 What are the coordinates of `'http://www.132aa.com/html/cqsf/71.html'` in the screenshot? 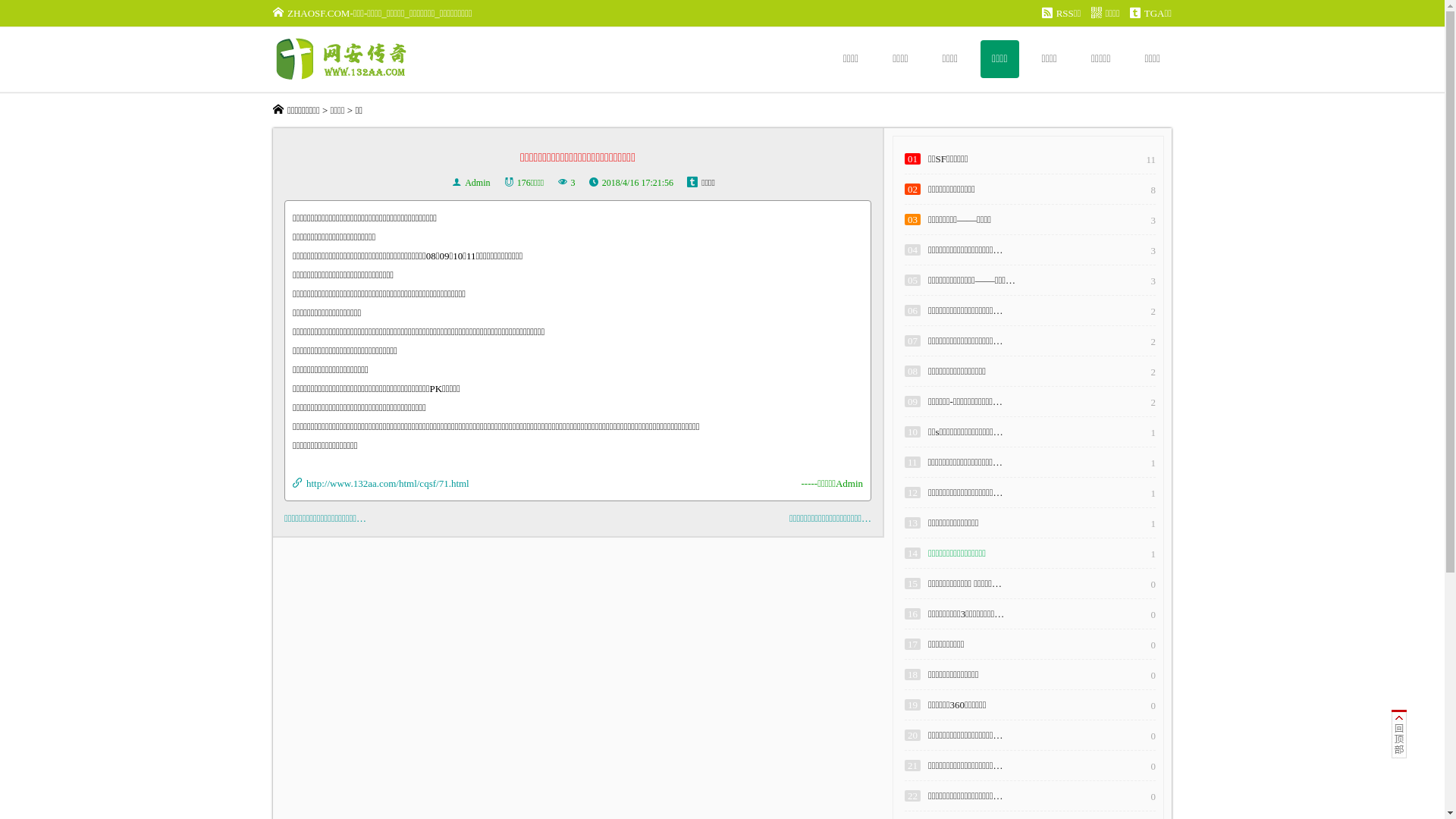 It's located at (388, 483).